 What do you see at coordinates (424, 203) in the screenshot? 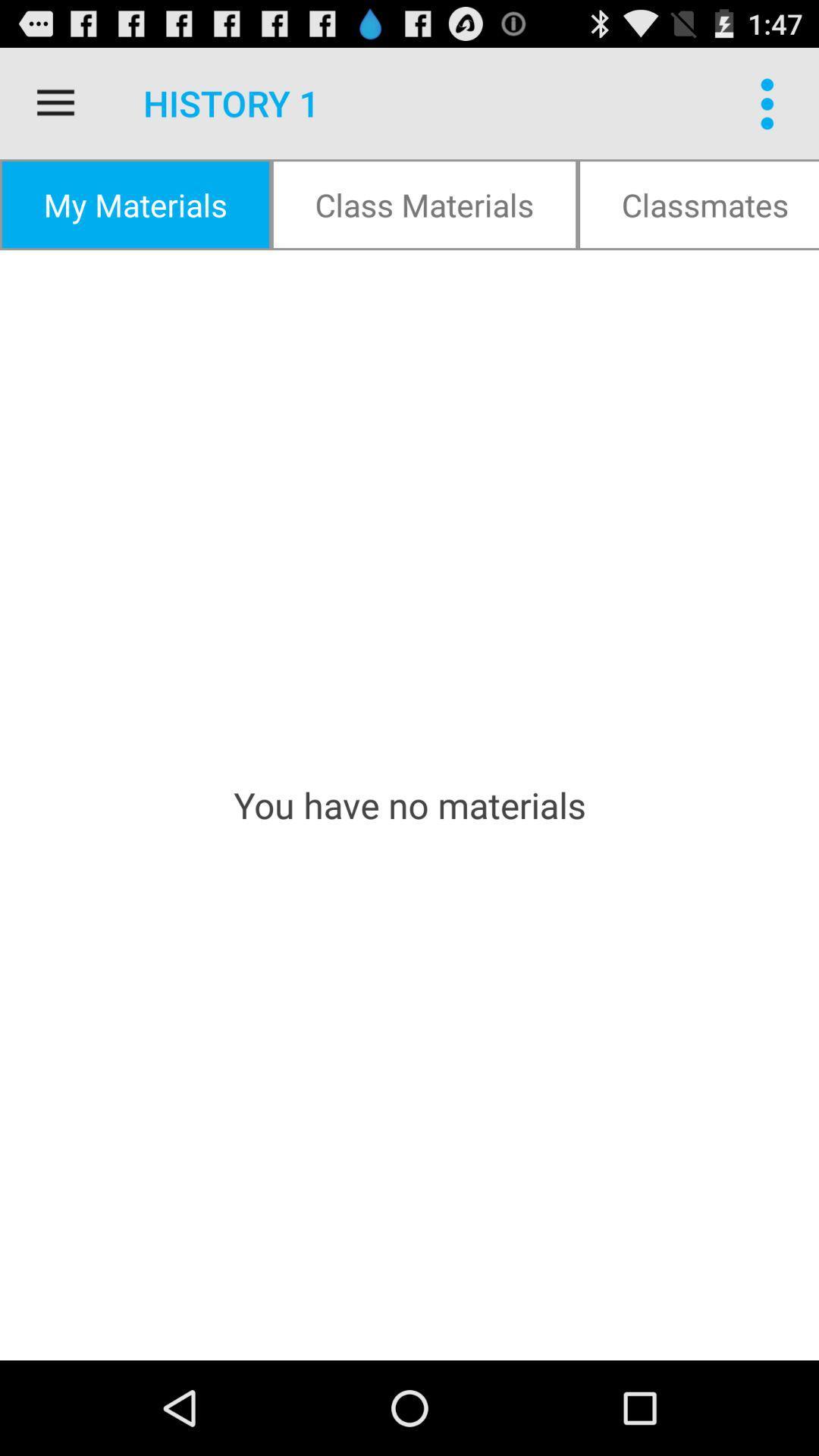
I see `icon above you have no icon` at bounding box center [424, 203].